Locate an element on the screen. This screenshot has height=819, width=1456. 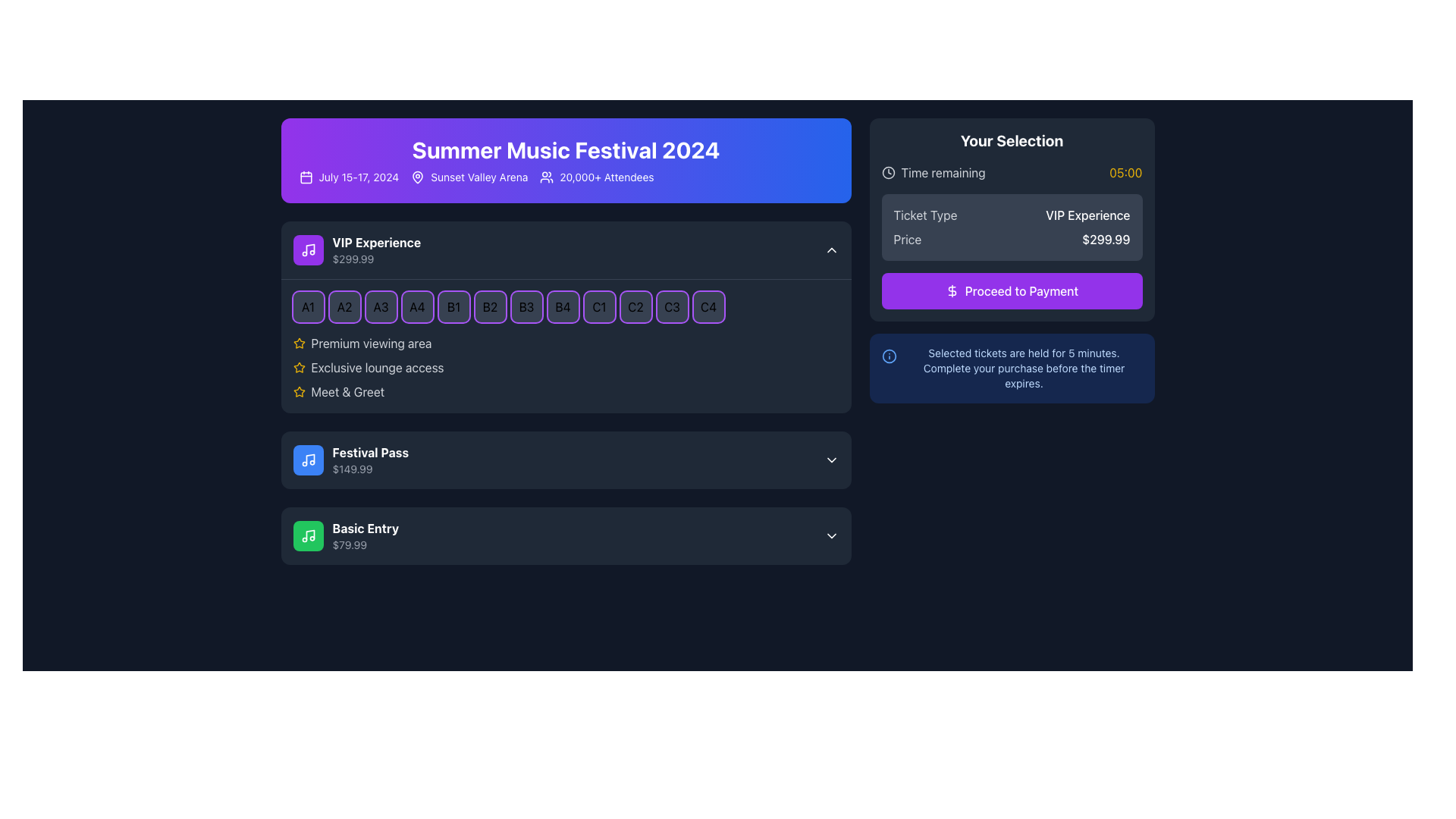
the user group icon located on the top banner, positioned to the right of 'Sunset Valley Arena' and to the left of '20,000+ Attendees' is located at coordinates (546, 177).